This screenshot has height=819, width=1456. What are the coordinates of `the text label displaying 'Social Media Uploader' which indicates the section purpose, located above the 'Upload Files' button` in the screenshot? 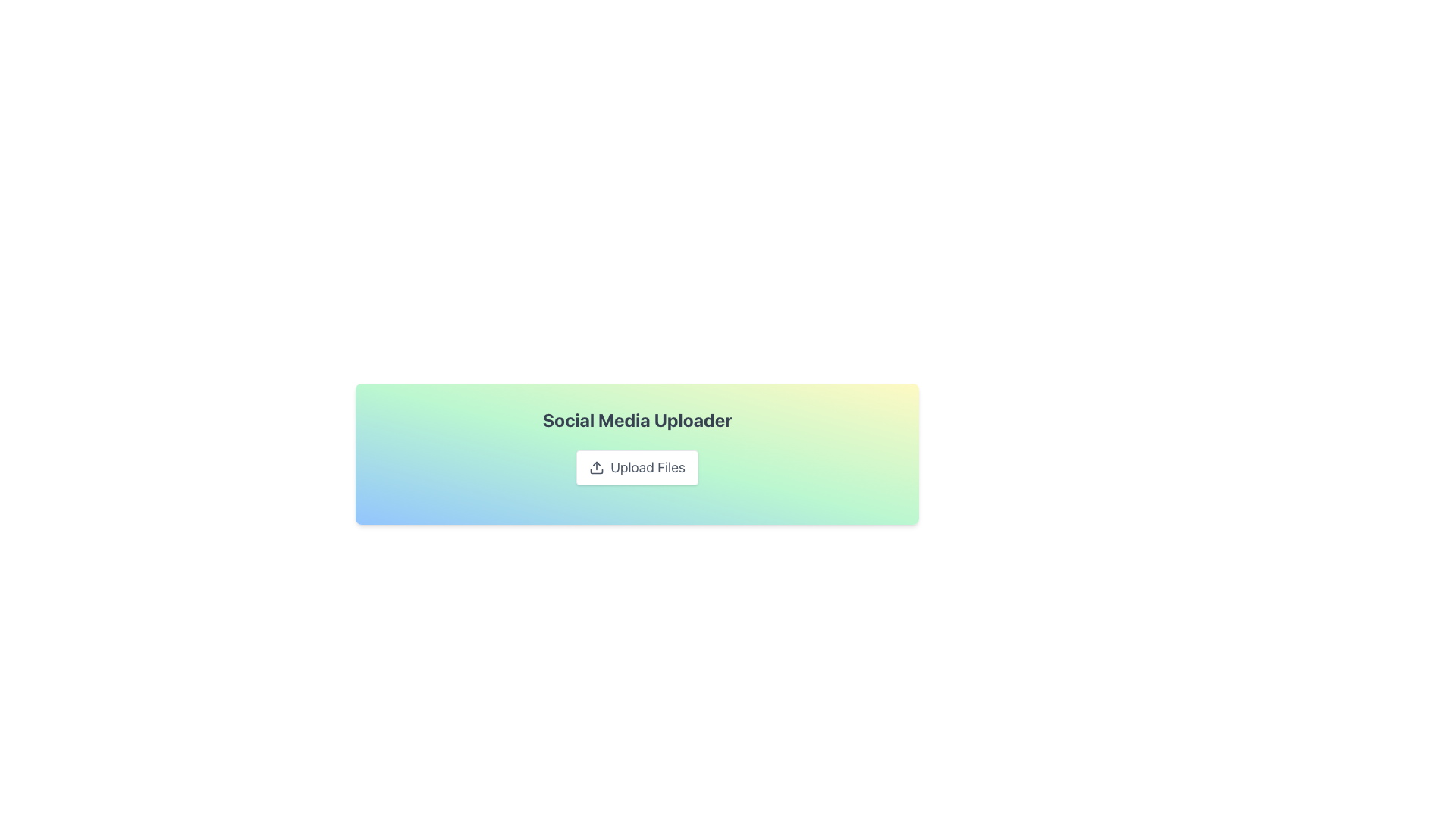 It's located at (637, 420).